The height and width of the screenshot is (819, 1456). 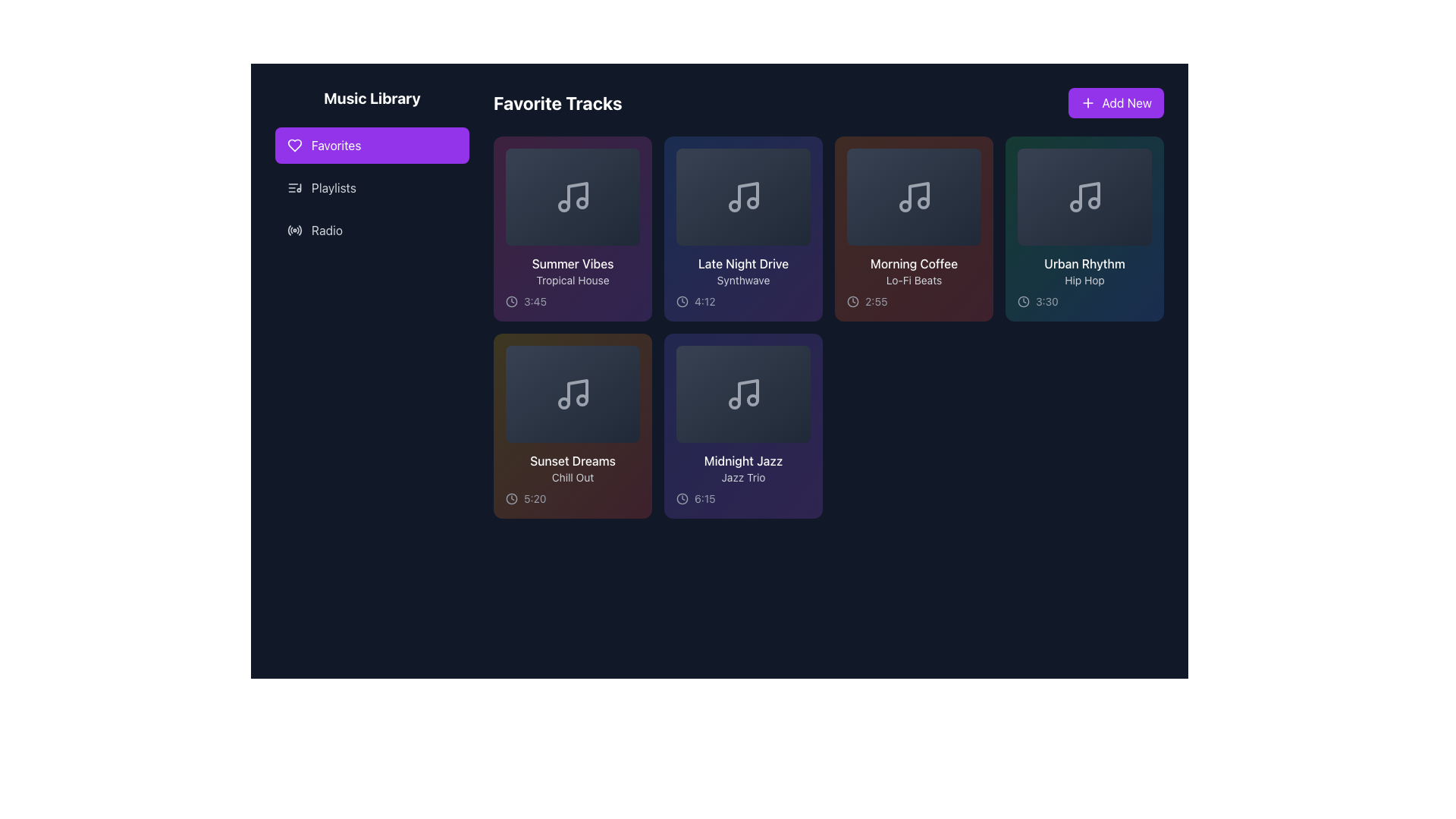 I want to click on the second card item in the top row of the 'Favorite Tracks' section, which represents a music track and is positioned between 'Summer Vibes' and 'Morning Coffee', so click(x=743, y=228).